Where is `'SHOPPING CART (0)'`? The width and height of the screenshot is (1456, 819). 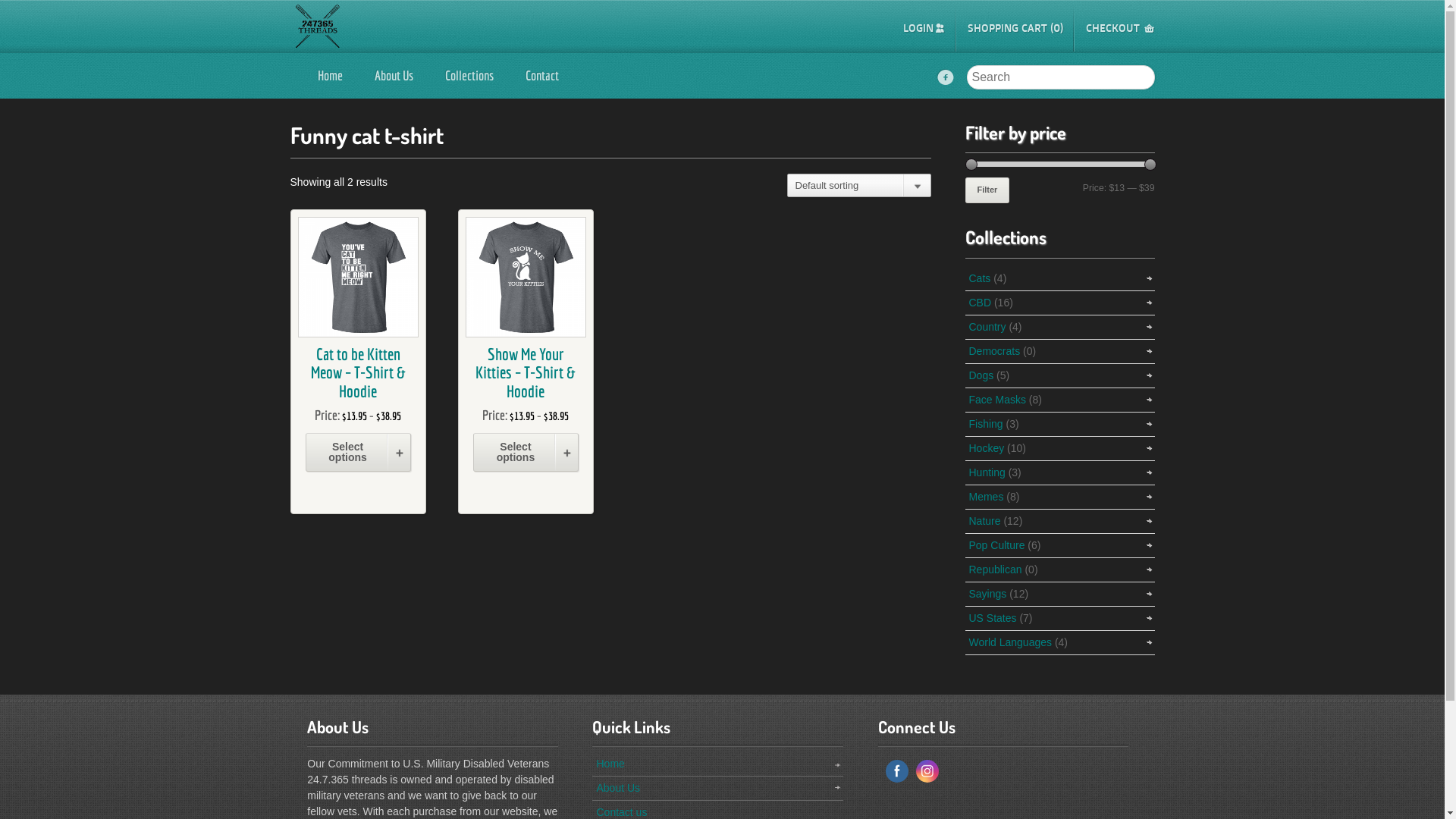 'SHOPPING CART (0)' is located at coordinates (1015, 28).